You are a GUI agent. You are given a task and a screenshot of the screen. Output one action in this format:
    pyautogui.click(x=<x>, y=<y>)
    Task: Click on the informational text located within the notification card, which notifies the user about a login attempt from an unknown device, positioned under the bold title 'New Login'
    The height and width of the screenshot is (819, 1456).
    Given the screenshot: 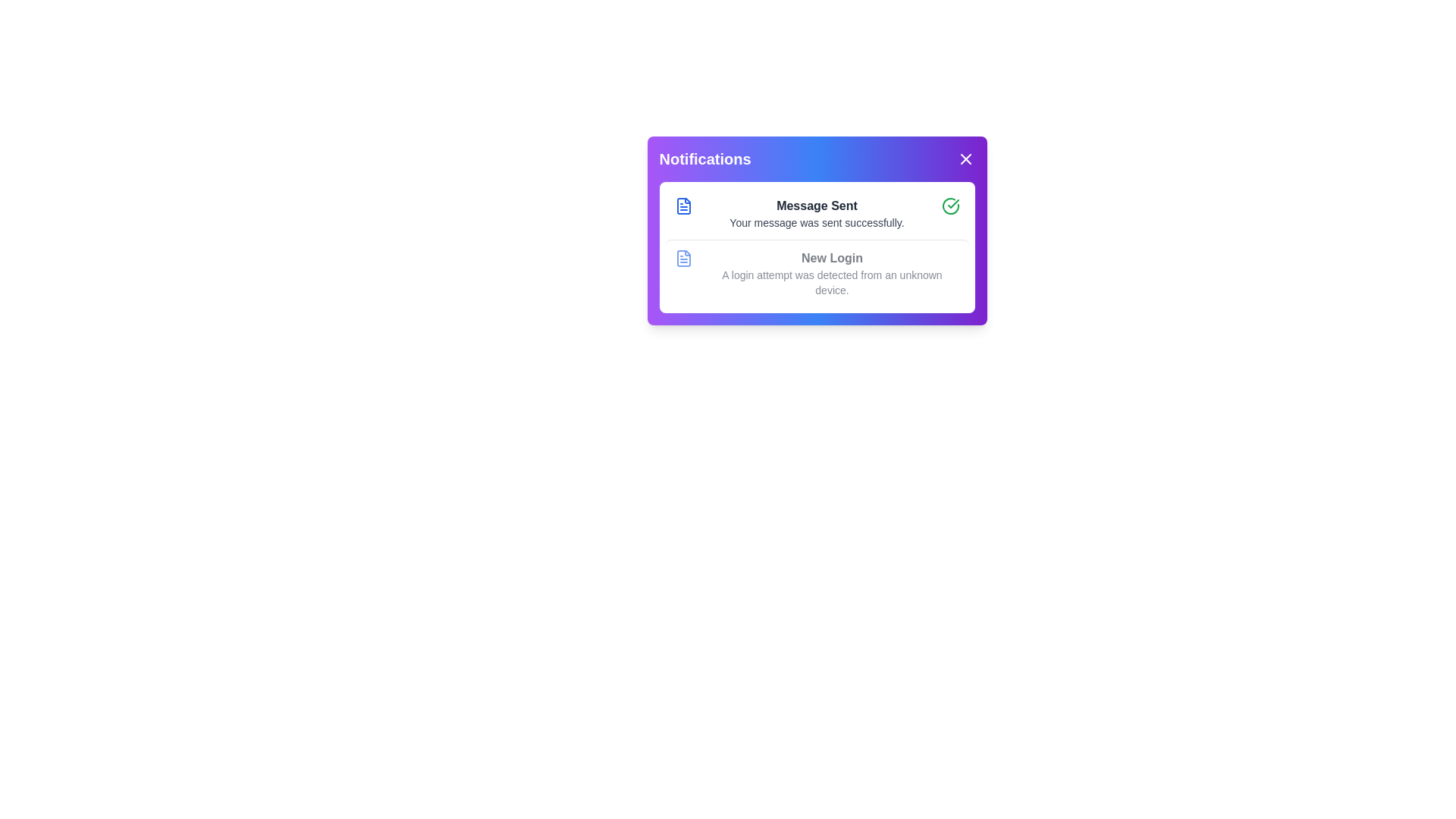 What is the action you would take?
    pyautogui.click(x=831, y=283)
    